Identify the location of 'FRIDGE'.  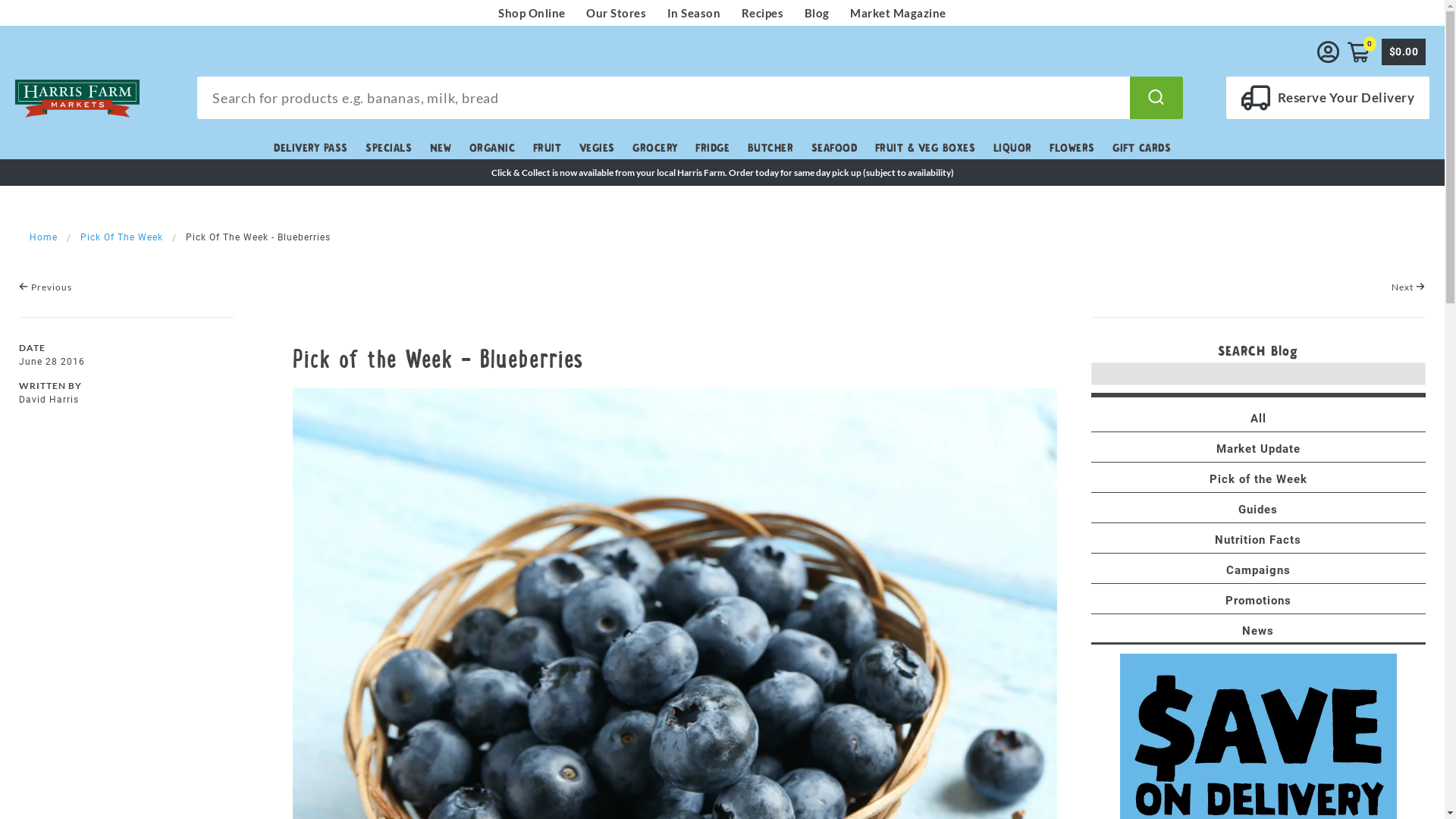
(711, 148).